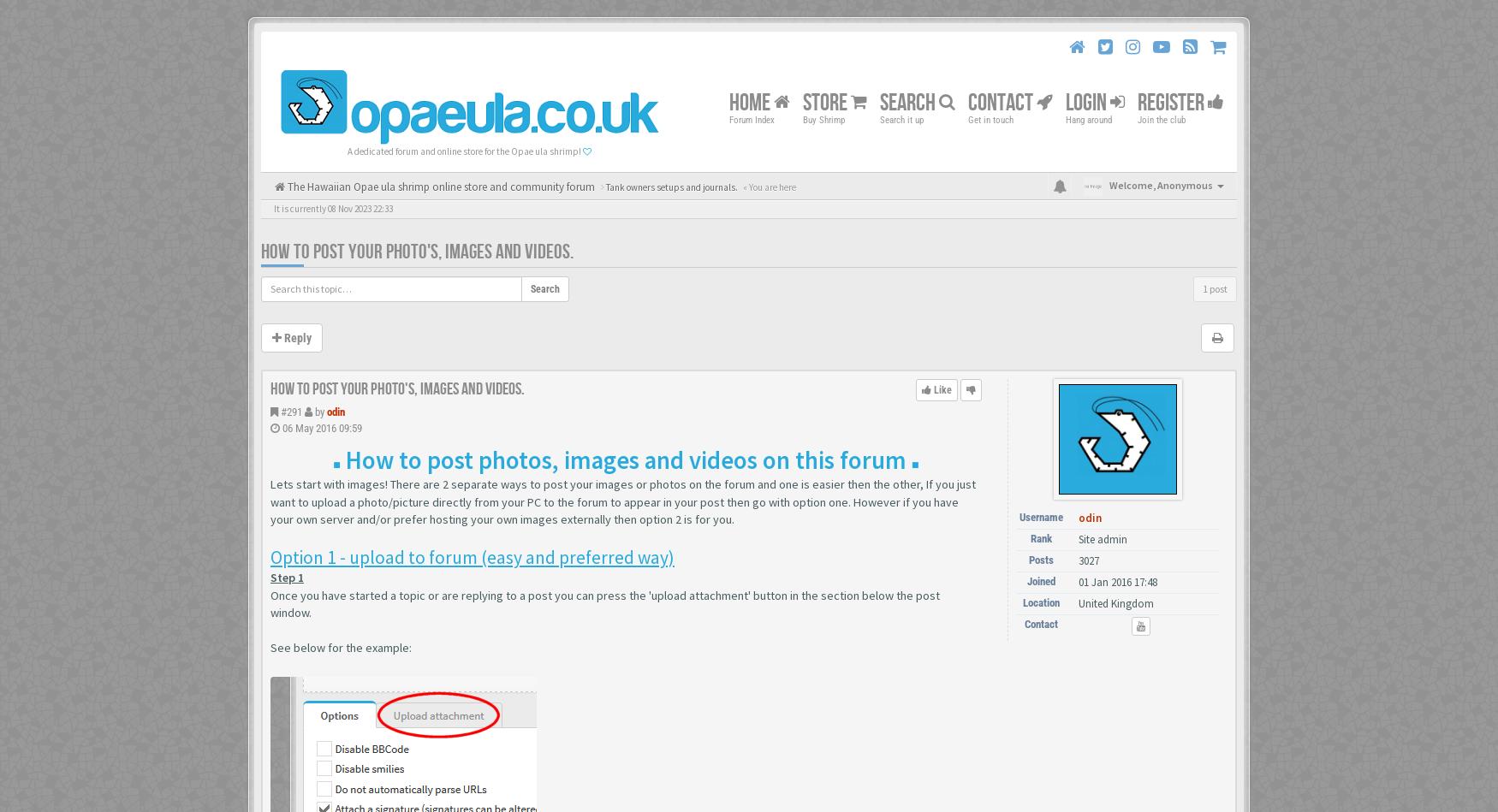 The height and width of the screenshot is (812, 1498). I want to click on 'Username', so click(1019, 516).